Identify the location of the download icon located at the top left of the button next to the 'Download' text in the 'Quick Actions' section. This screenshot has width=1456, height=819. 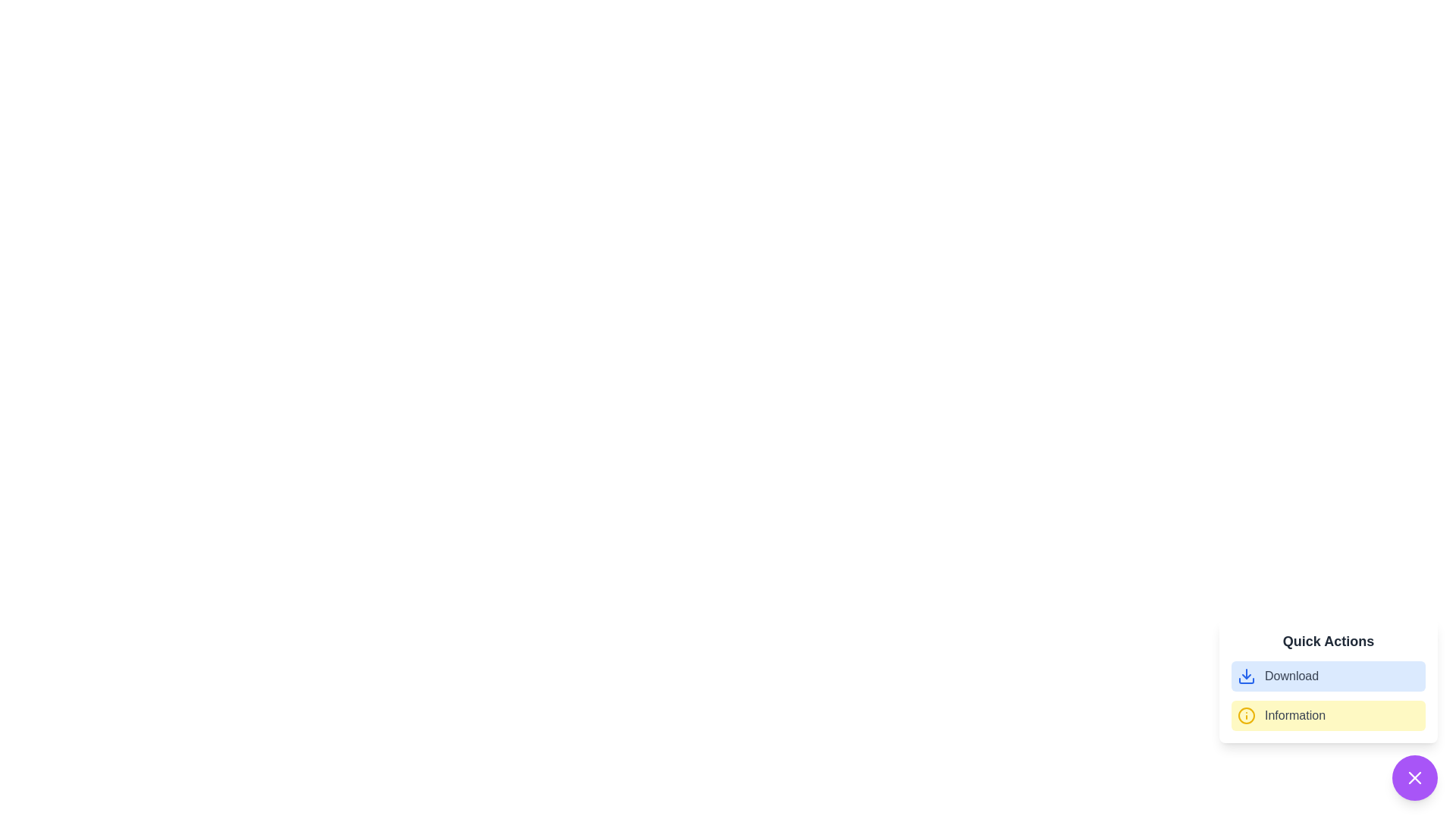
(1246, 675).